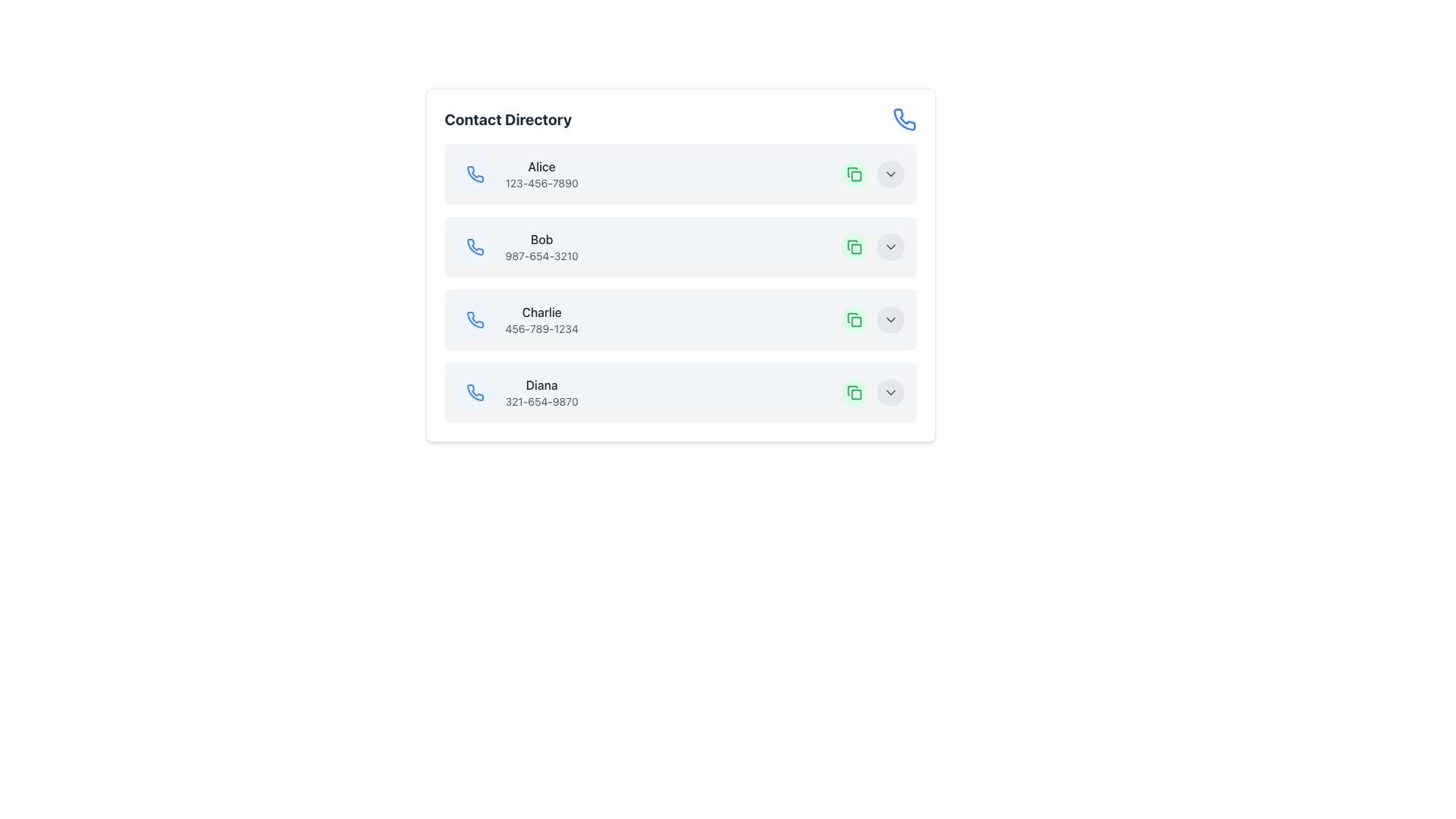  What do you see at coordinates (890, 391) in the screenshot?
I see `the downward arrow icon in the last row of the contact entries list` at bounding box center [890, 391].